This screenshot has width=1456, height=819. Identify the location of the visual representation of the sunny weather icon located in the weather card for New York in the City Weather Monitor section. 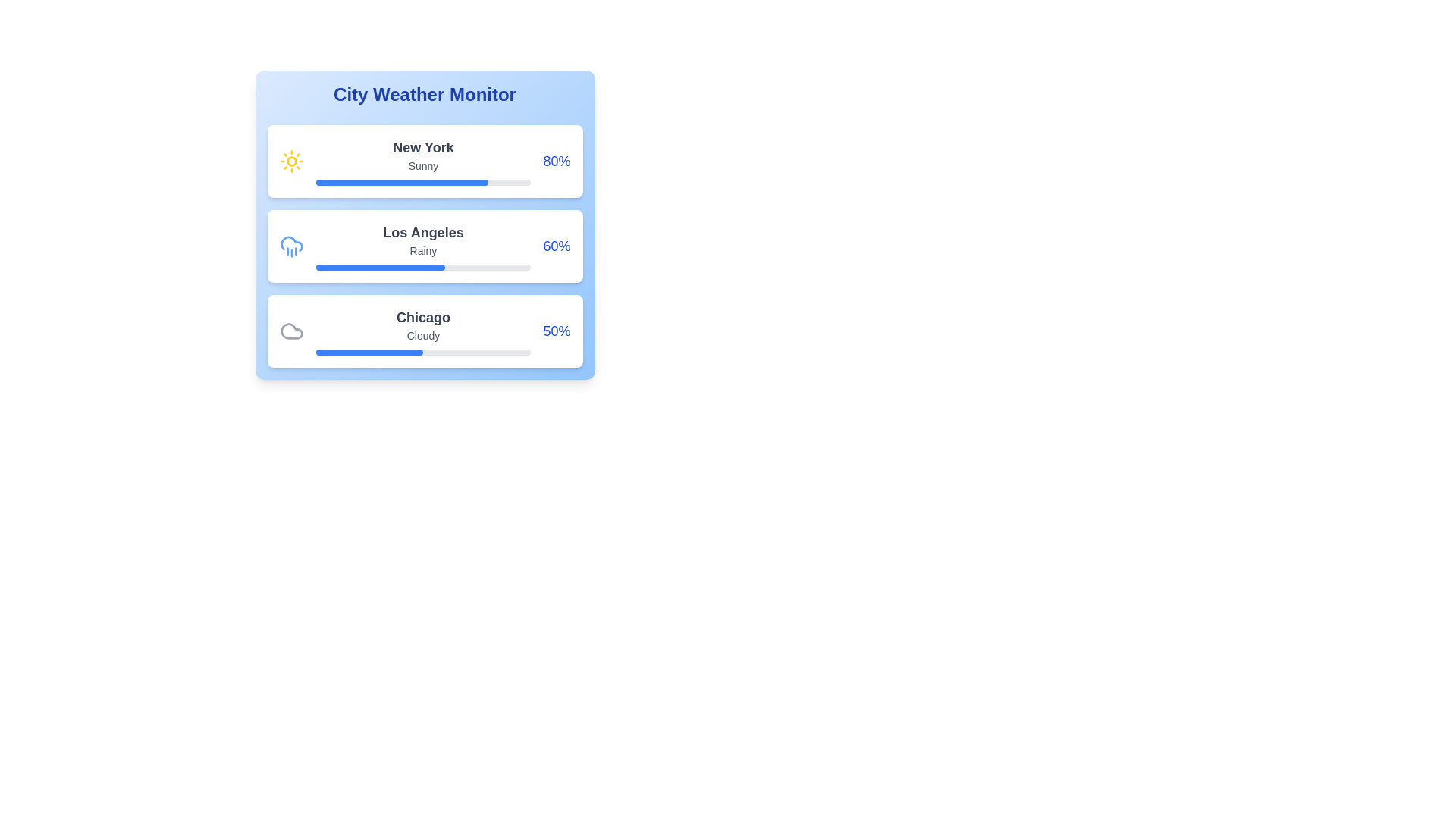
(291, 161).